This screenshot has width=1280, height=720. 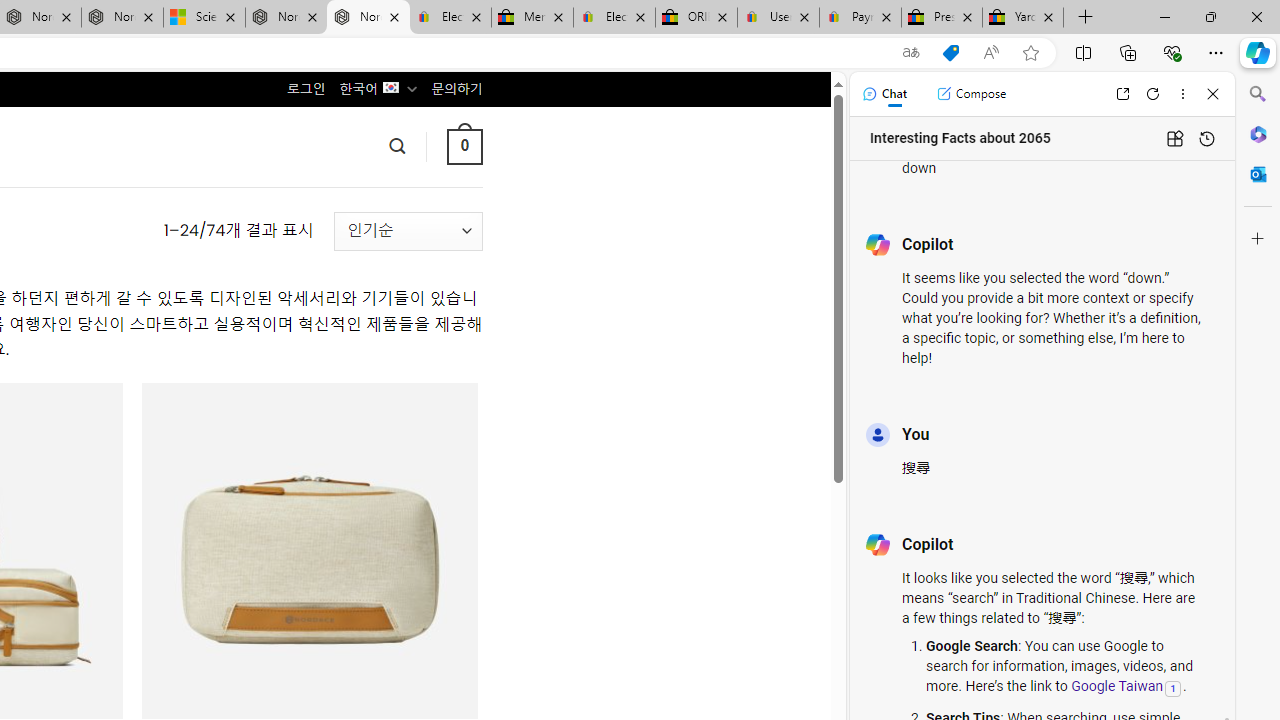 What do you see at coordinates (883, 93) in the screenshot?
I see `'Chat'` at bounding box center [883, 93].